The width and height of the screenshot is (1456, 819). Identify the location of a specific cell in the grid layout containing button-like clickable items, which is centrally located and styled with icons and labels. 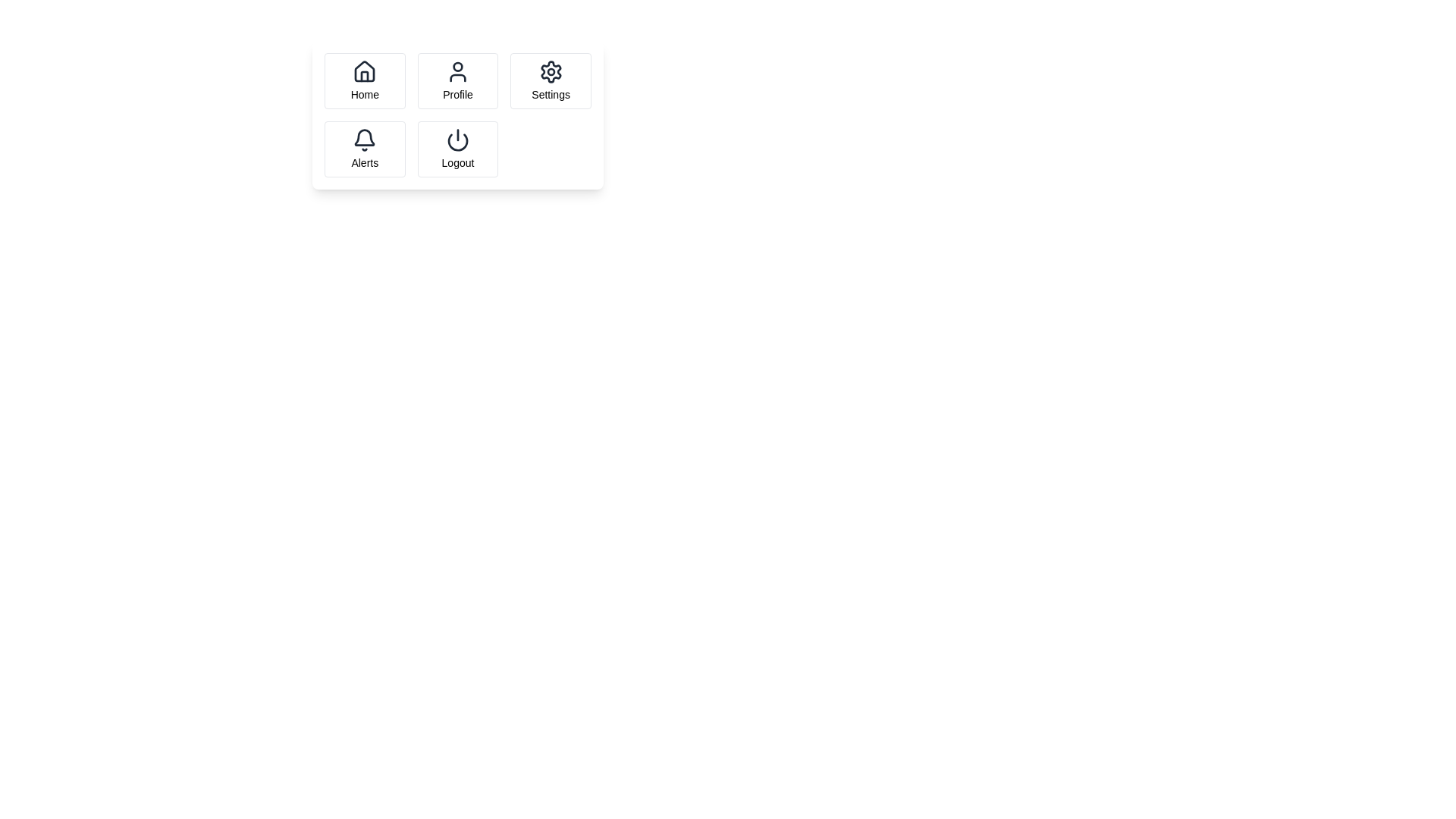
(457, 114).